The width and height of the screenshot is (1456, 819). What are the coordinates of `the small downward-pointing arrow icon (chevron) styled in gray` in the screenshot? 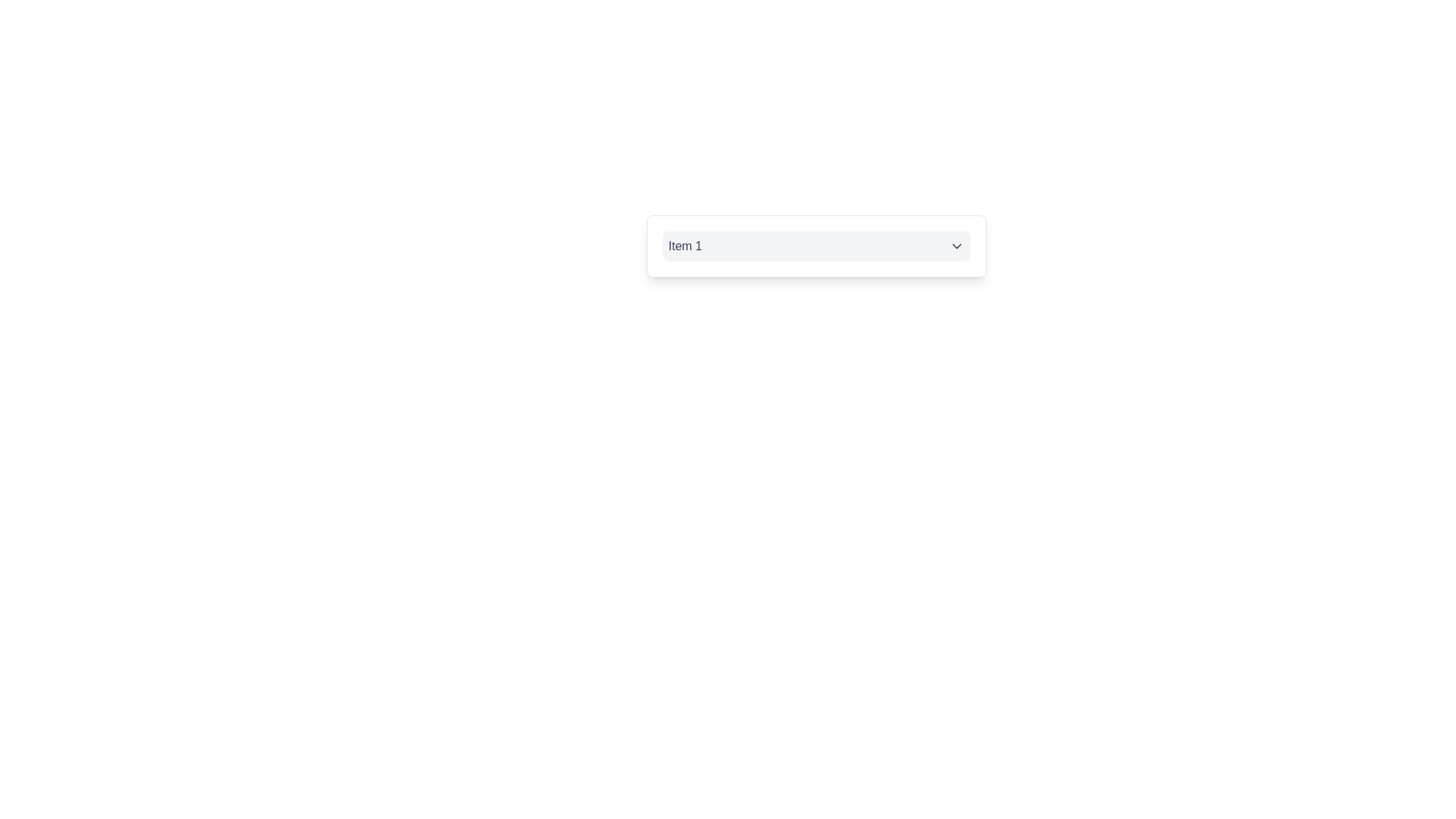 It's located at (955, 245).